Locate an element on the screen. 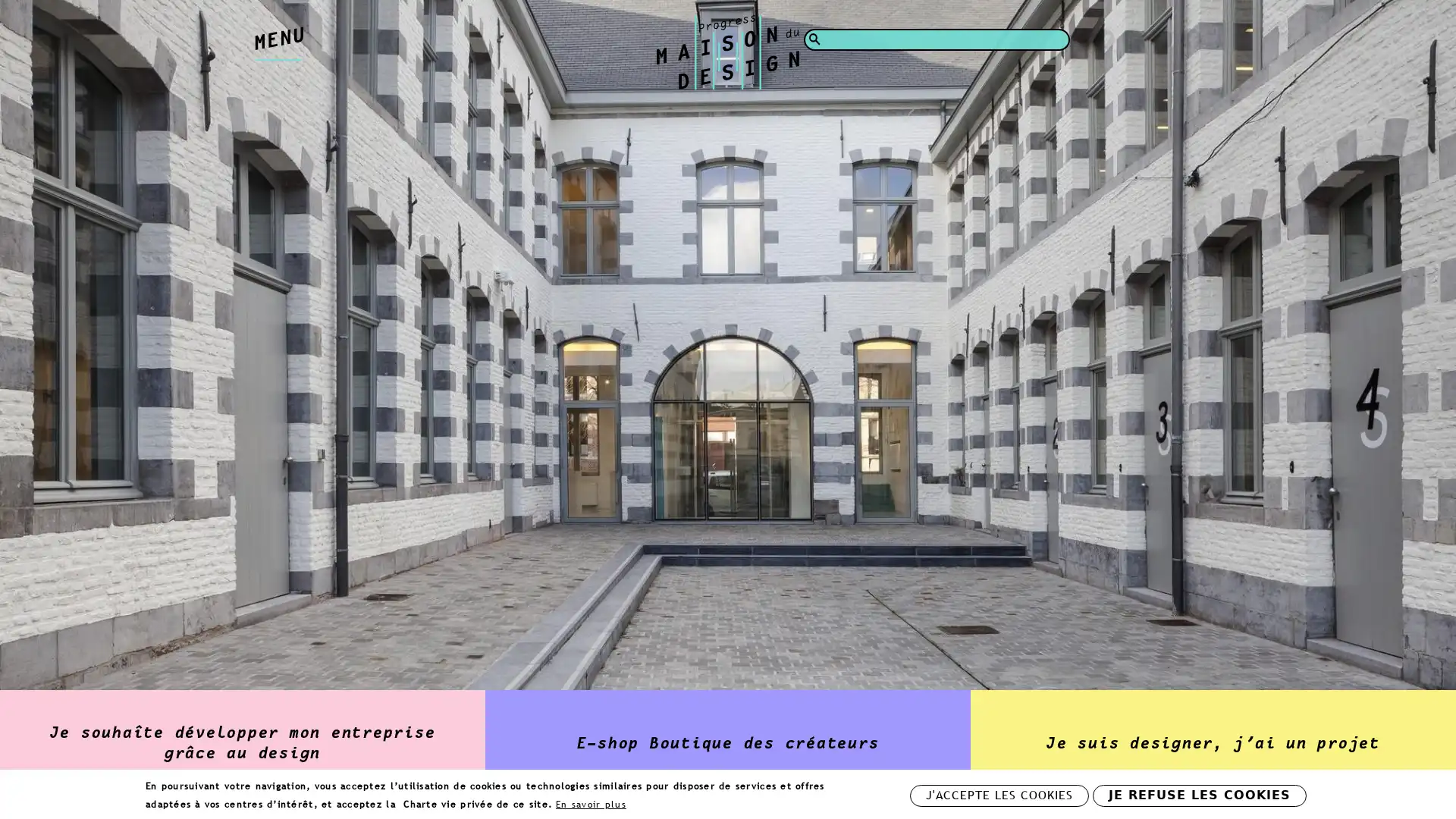 The image size is (1456, 819). JE REFUSE LES COOKIES is located at coordinates (1199, 795).